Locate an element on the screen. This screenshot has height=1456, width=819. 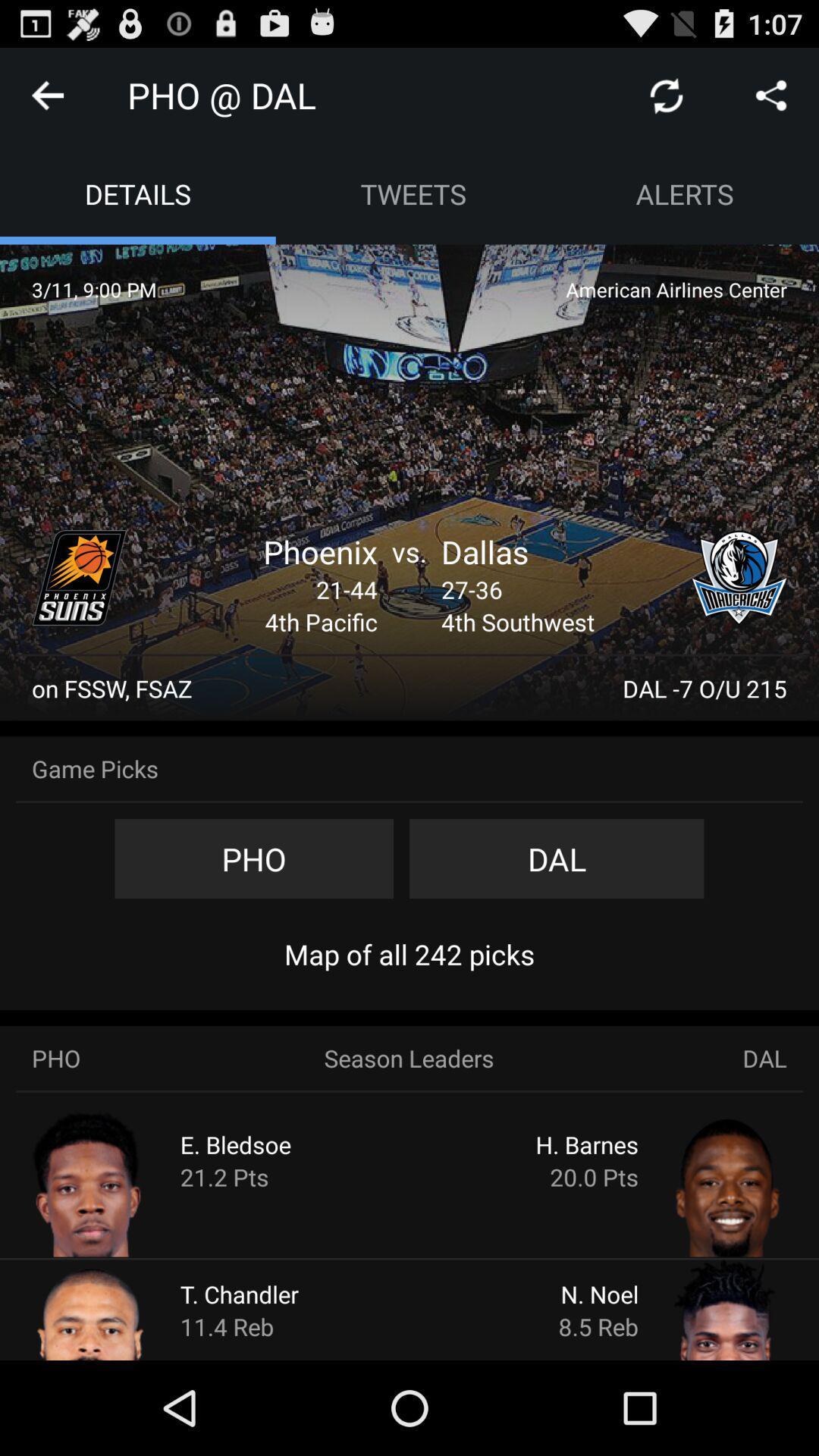
the share icon is located at coordinates (771, 101).